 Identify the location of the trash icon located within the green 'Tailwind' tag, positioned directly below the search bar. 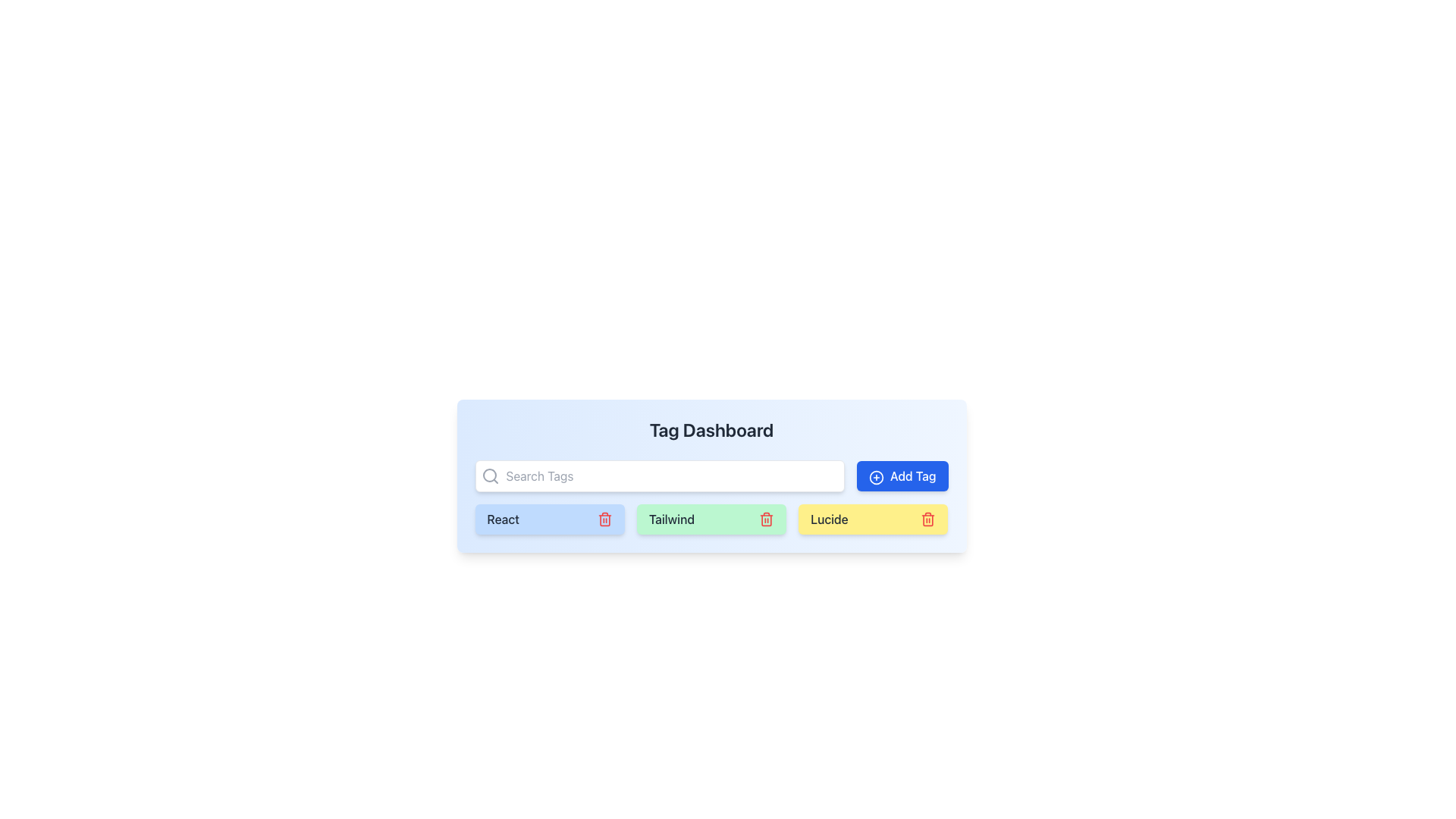
(767, 519).